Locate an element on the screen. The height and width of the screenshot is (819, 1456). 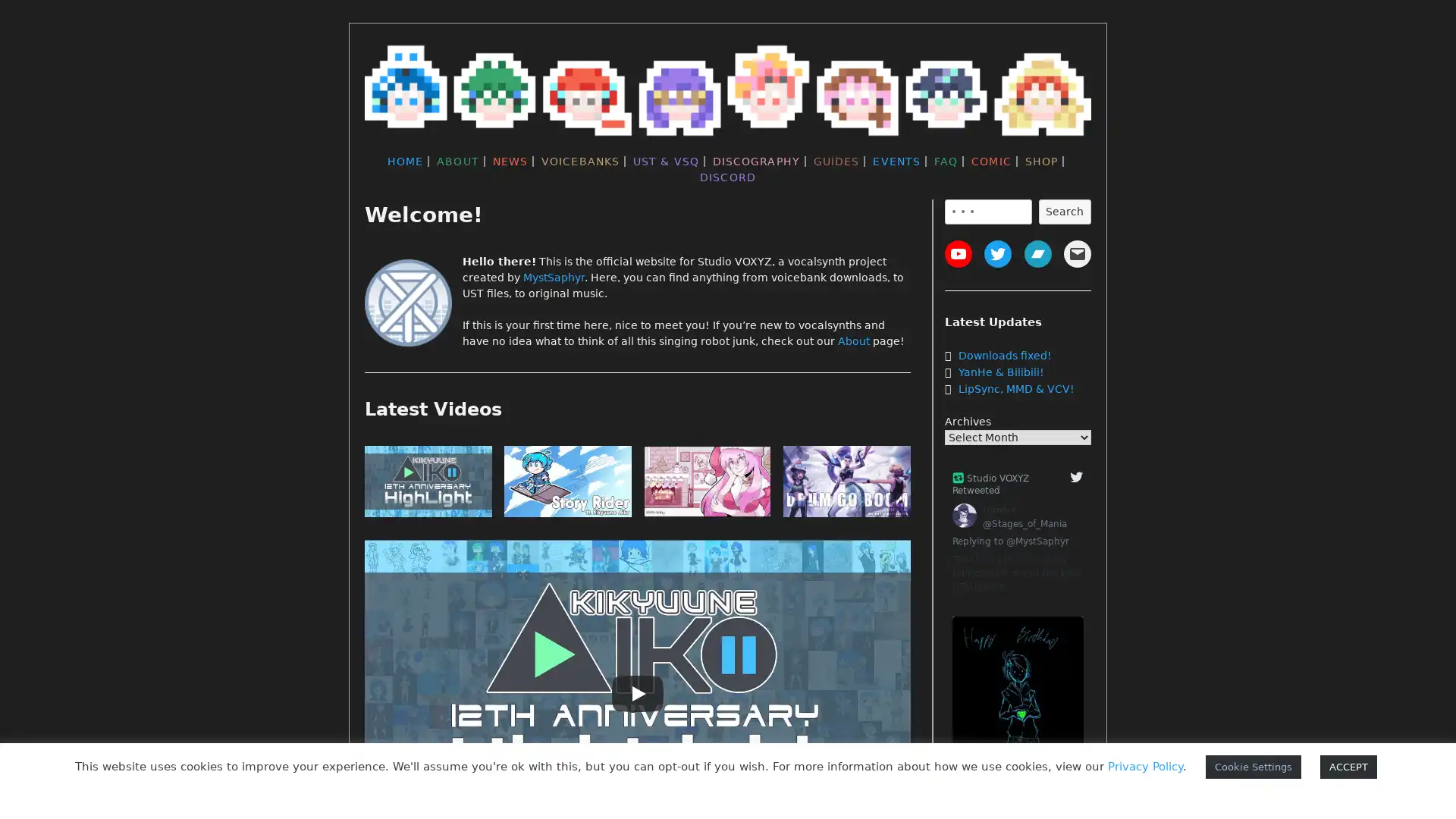
play is located at coordinates (428, 485).